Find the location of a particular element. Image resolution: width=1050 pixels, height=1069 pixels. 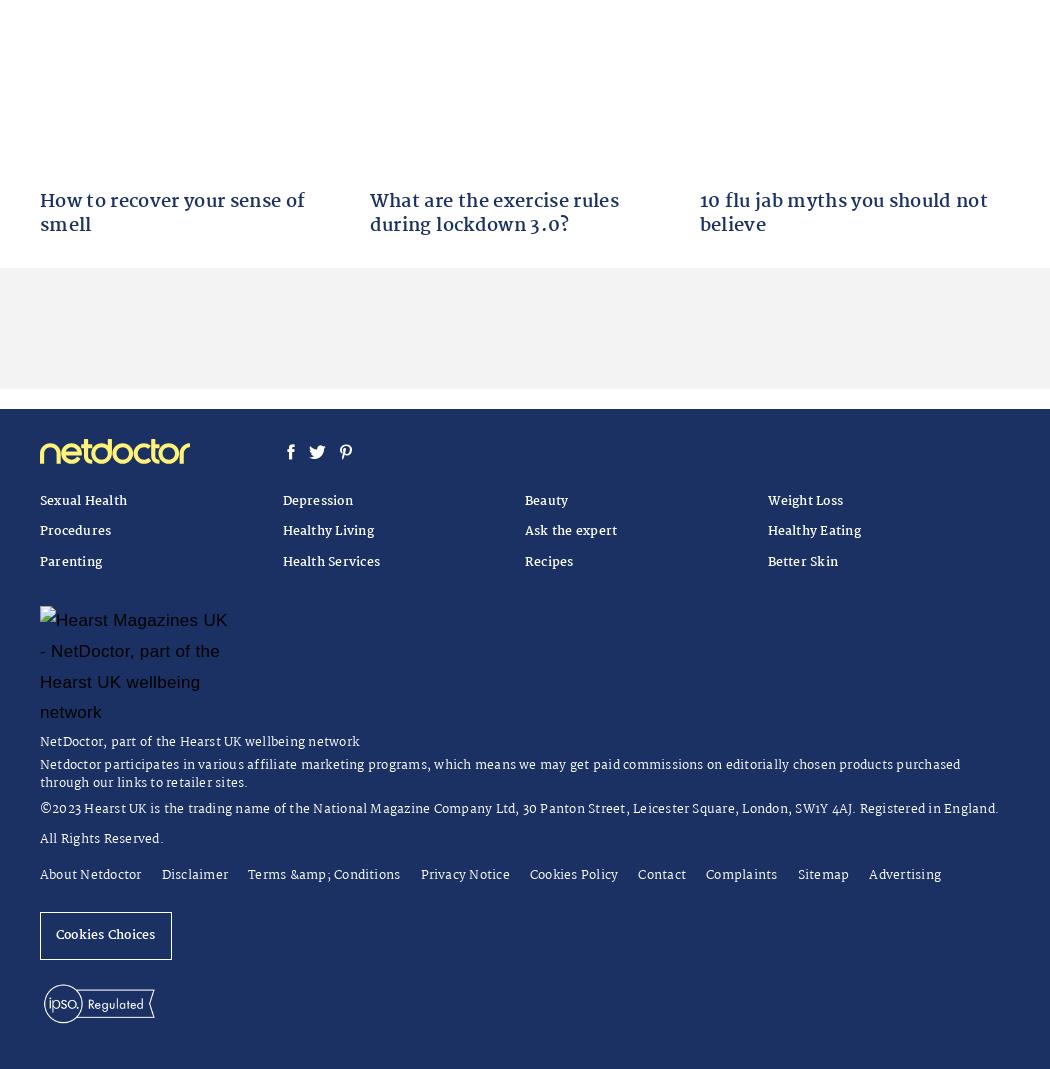

'Healthy Living' is located at coordinates (327, 530).